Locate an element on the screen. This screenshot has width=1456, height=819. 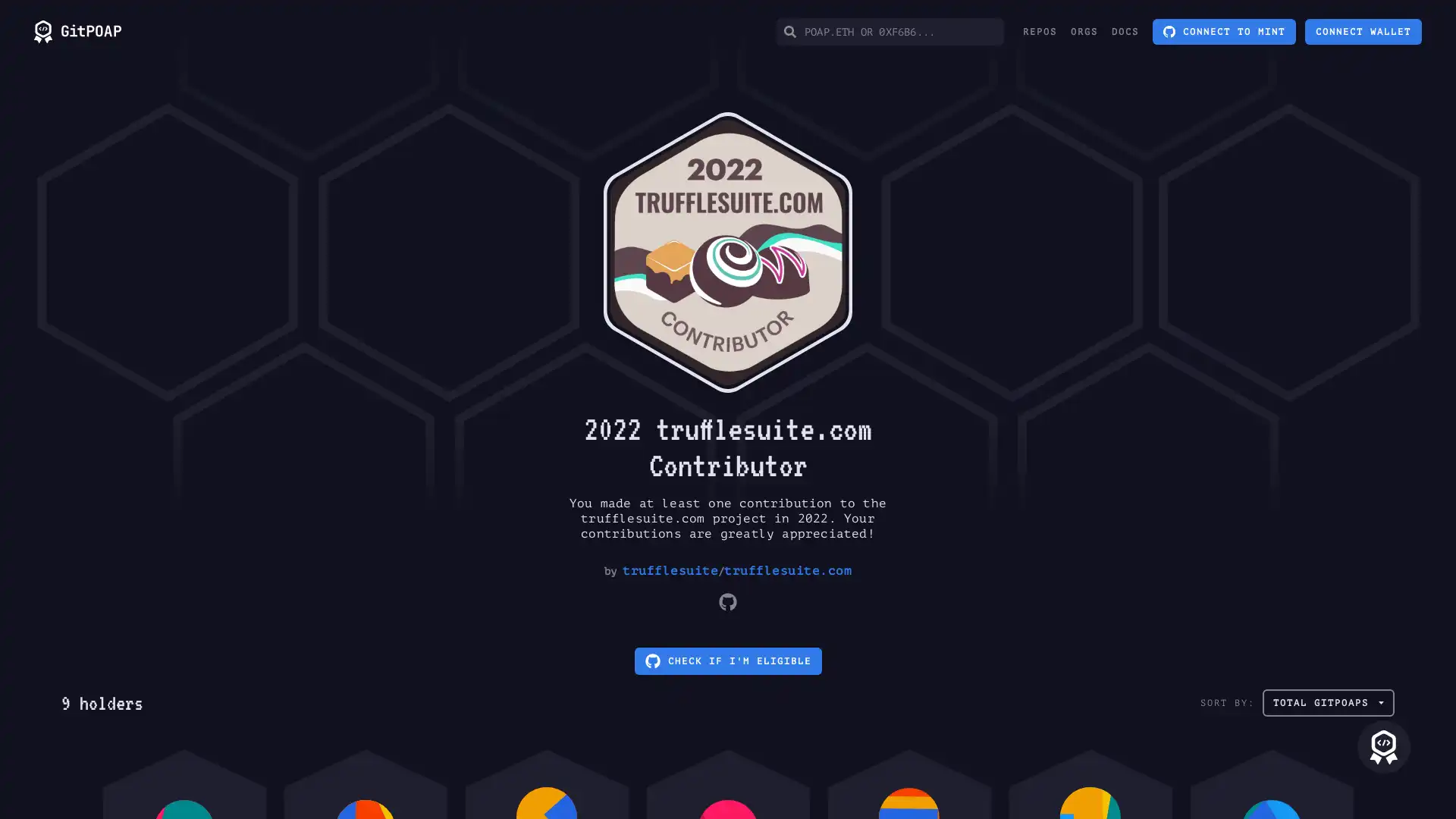
CHECK IF I'M ELIGIBLE is located at coordinates (726, 660).